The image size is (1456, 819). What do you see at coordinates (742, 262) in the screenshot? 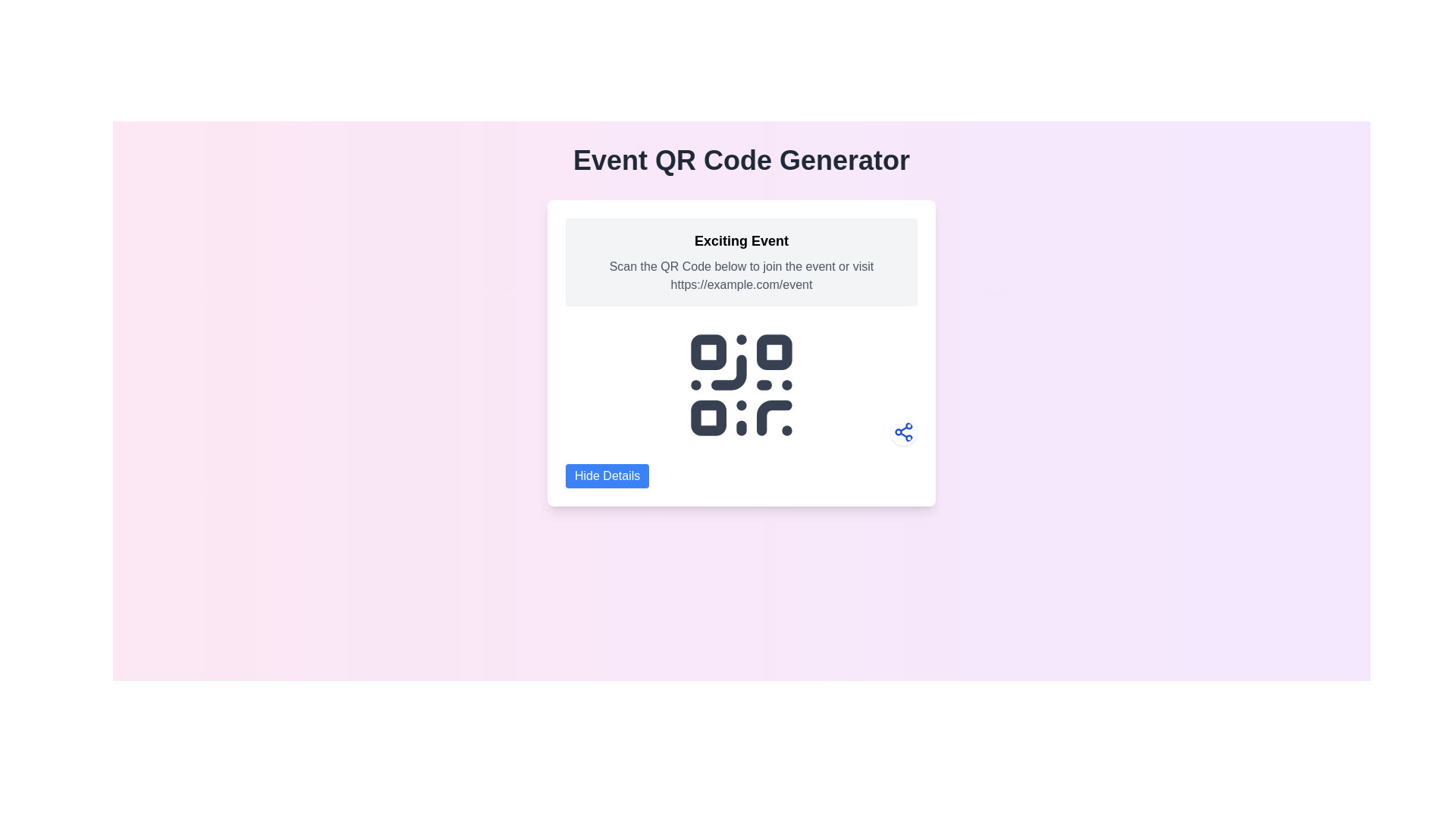
I see `the Information display area that shows the title 'Exciting Event' and event joining instructions` at bounding box center [742, 262].